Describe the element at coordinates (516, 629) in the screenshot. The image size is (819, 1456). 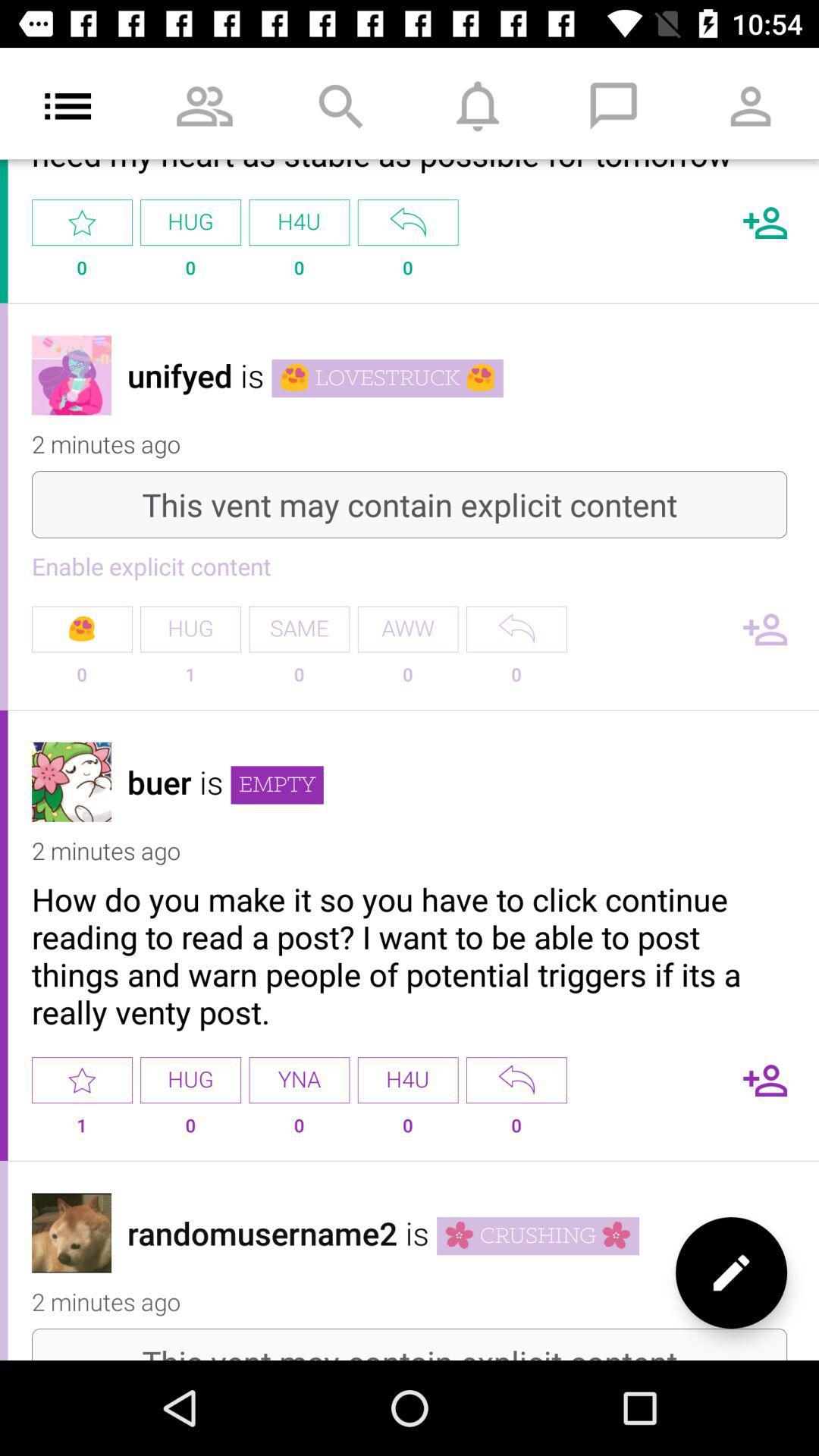
I see `reply button` at that location.